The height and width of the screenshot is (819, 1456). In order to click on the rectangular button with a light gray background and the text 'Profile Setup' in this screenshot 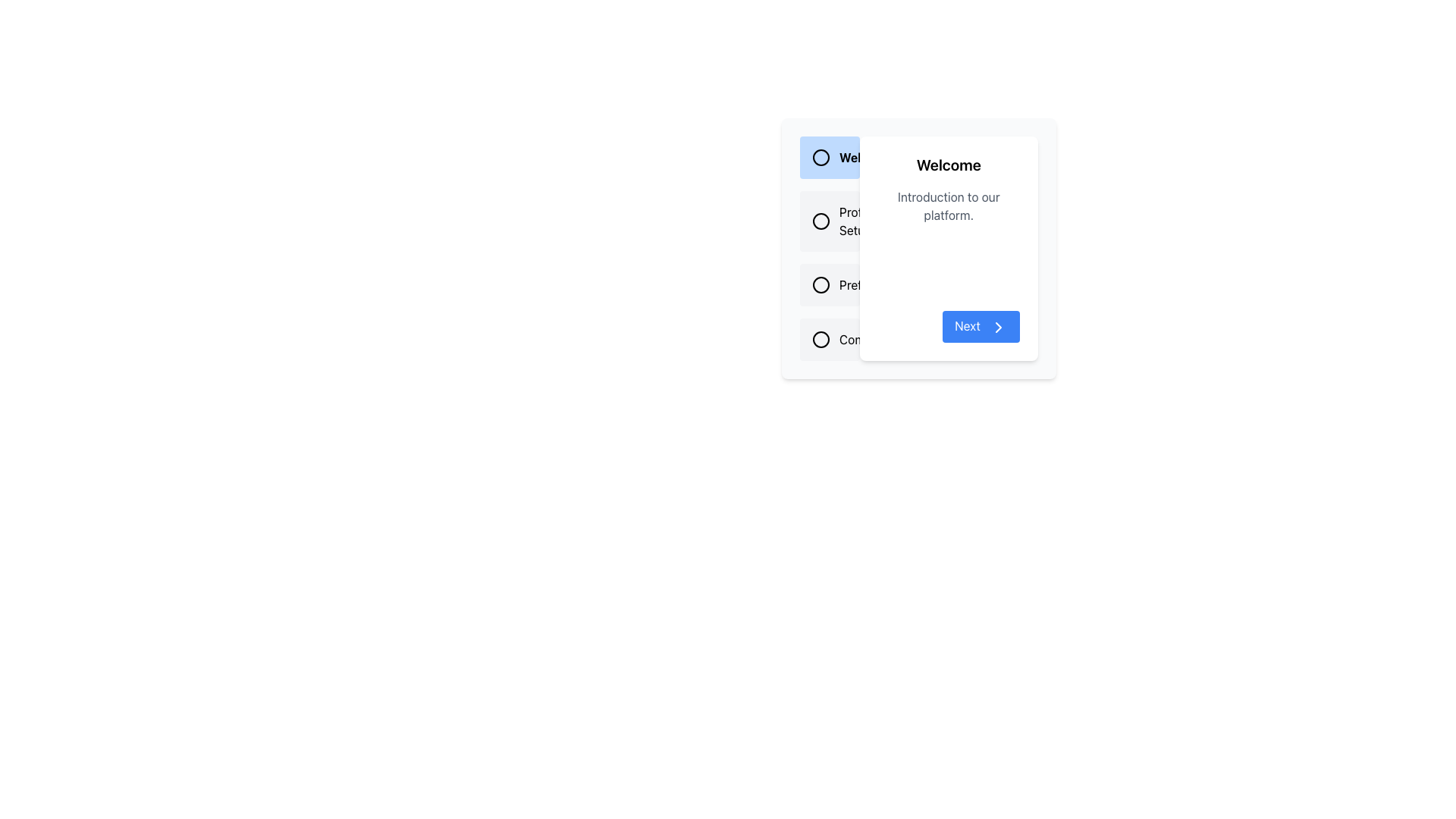, I will do `click(829, 221)`.